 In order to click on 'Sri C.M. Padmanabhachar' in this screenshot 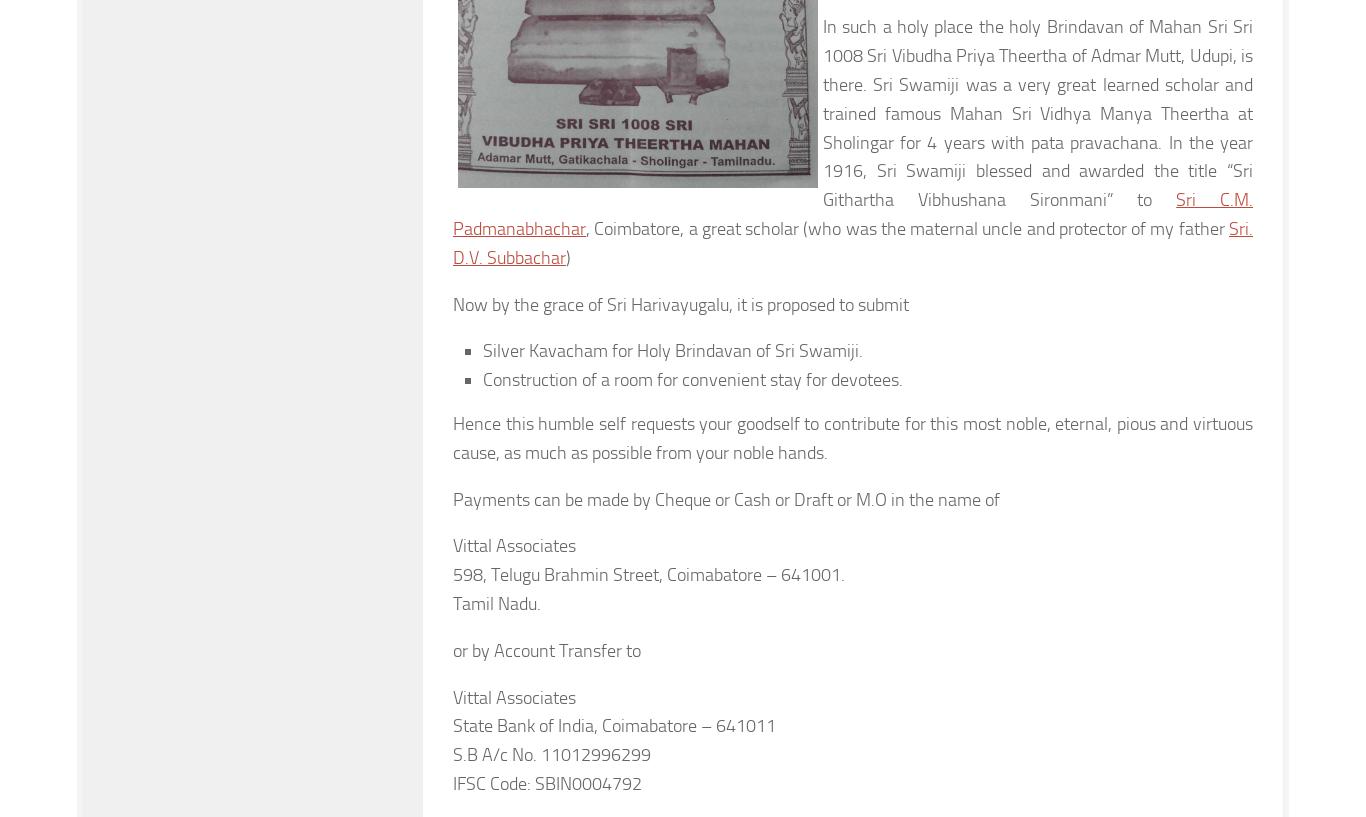, I will do `click(852, 213)`.